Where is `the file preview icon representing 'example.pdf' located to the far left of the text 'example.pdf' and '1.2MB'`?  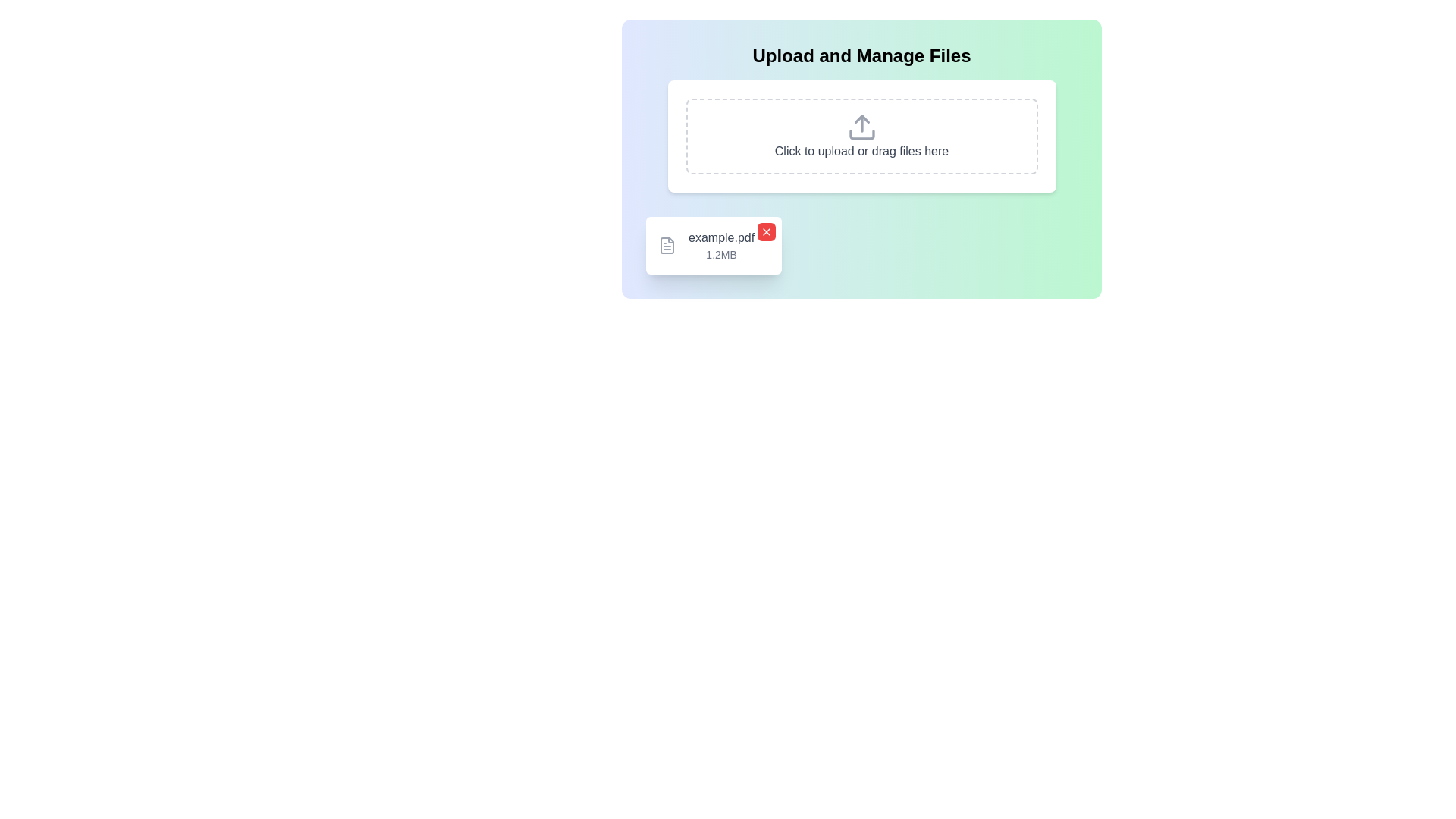
the file preview icon representing 'example.pdf' located to the far left of the text 'example.pdf' and '1.2MB' is located at coordinates (667, 245).